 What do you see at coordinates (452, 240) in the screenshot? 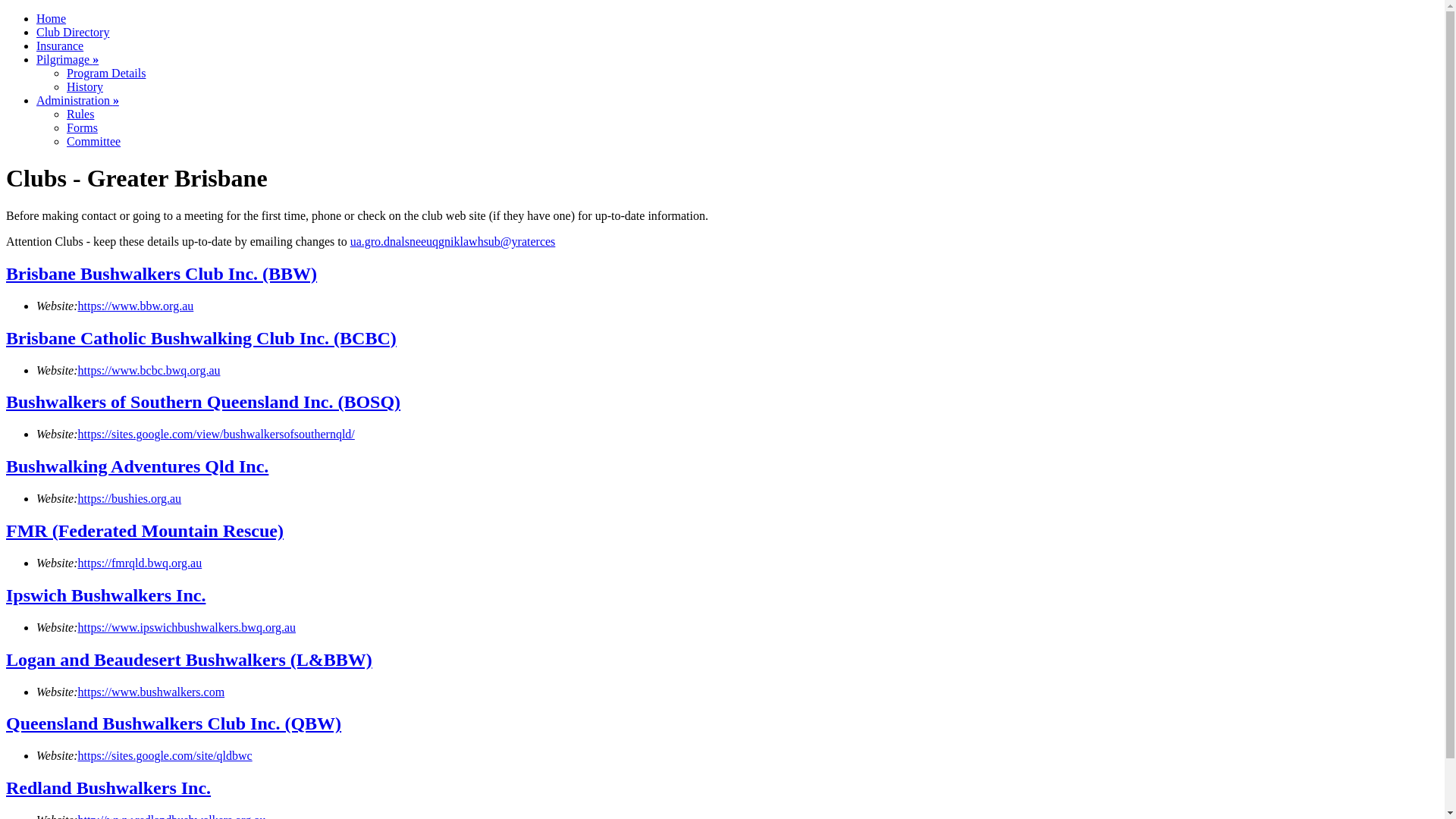
I see `'ua.gro.dnalsneeuqgniklawhsub@yraterces'` at bounding box center [452, 240].